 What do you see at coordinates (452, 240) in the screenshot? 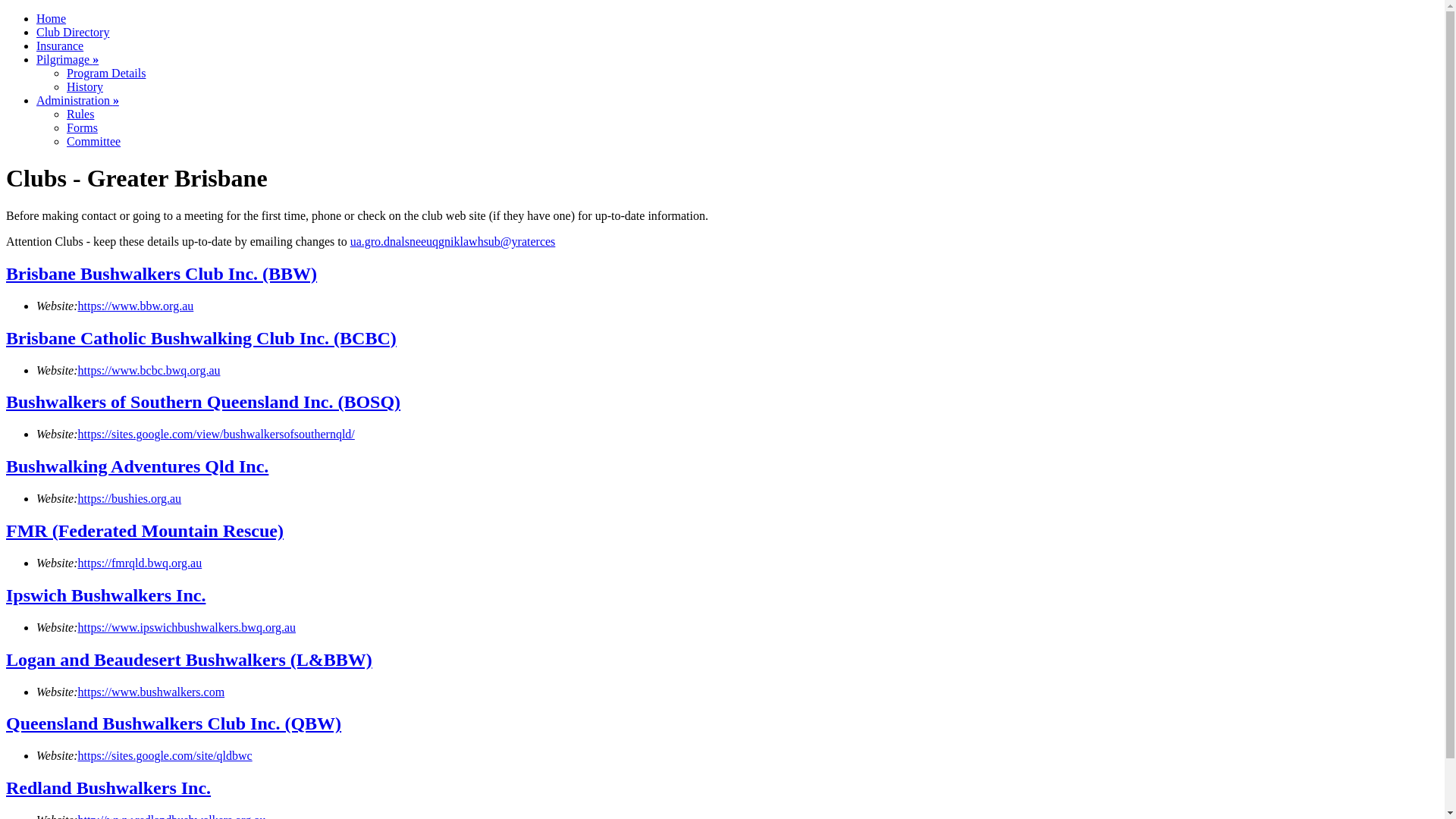
I see `'ua.gro.dnalsneeuqgniklawhsub@yraterces'` at bounding box center [452, 240].